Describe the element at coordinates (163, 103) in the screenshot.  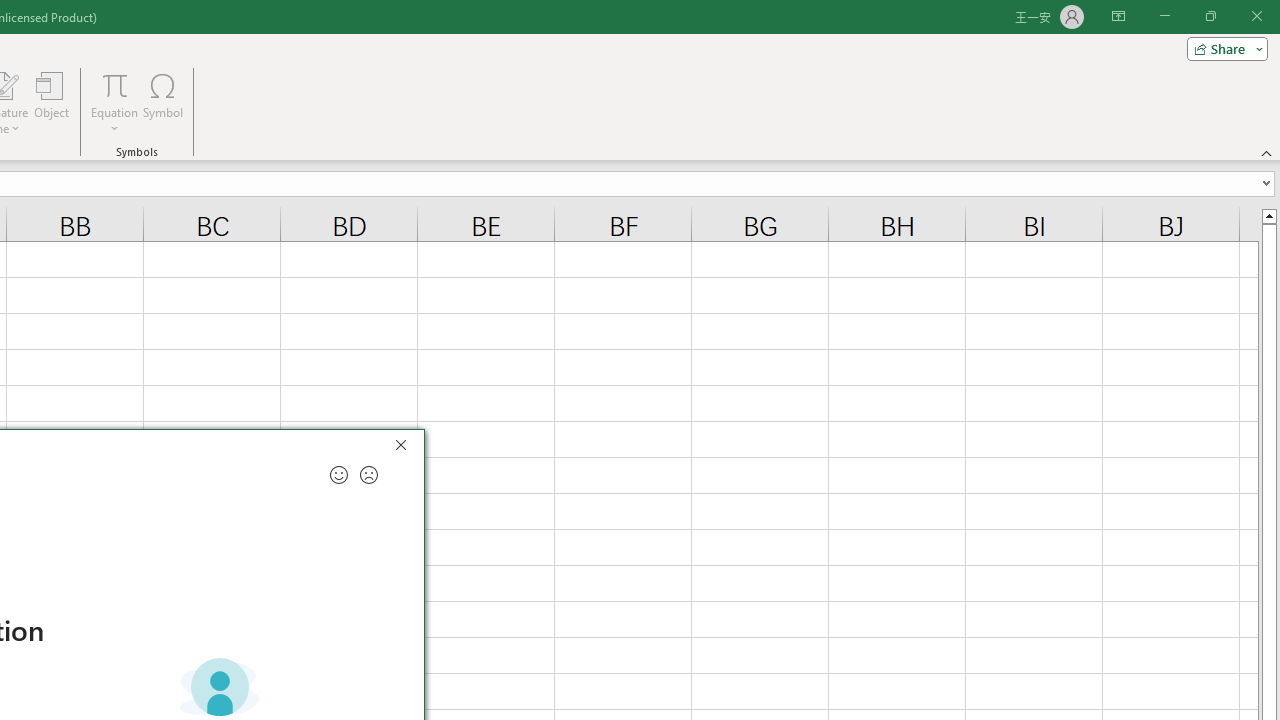
I see `'Symbol...'` at that location.